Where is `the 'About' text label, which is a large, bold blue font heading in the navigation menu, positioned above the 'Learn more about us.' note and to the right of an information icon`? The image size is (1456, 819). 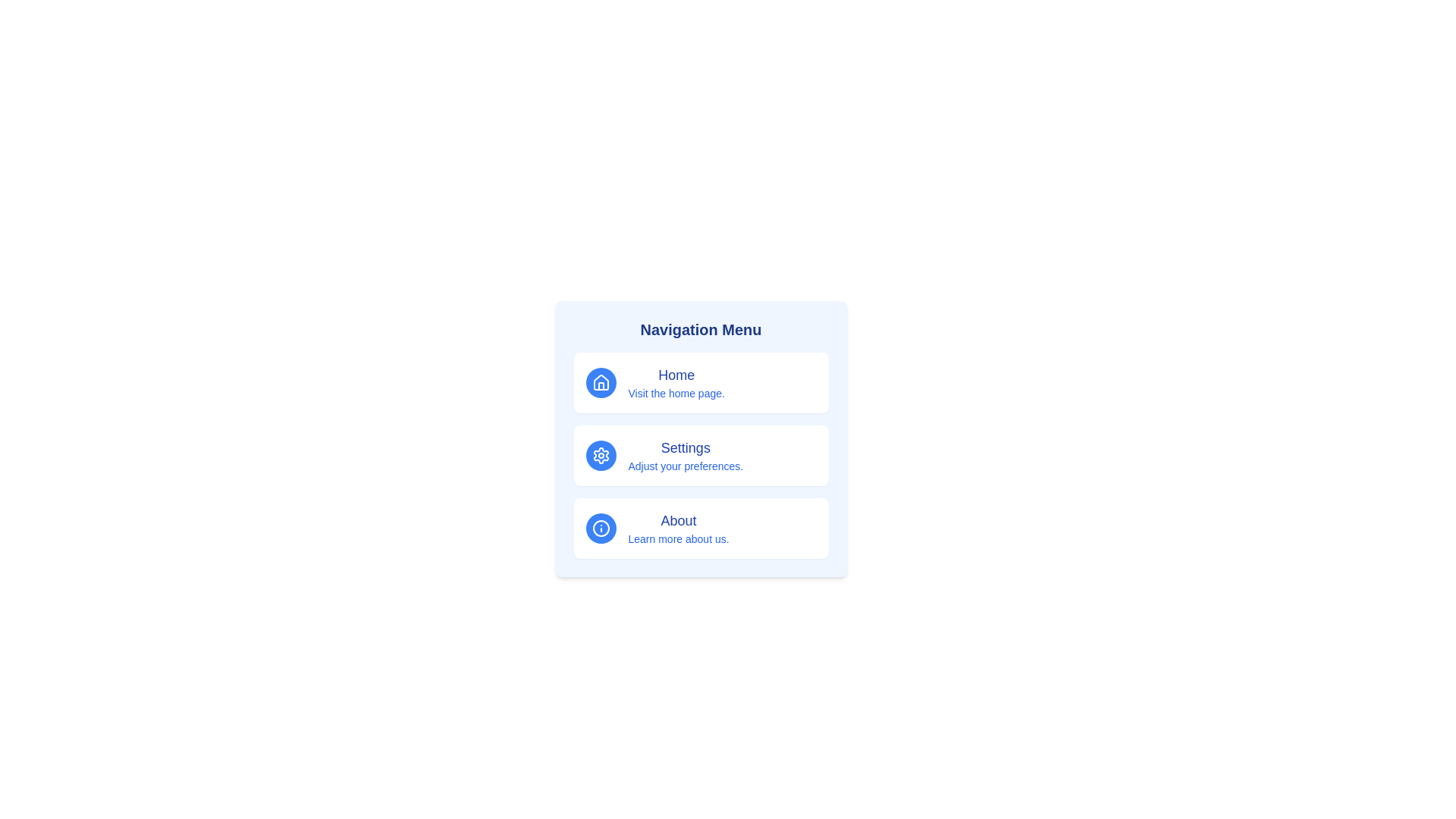 the 'About' text label, which is a large, bold blue font heading in the navigation menu, positioned above the 'Learn more about us.' note and to the right of an information icon is located at coordinates (678, 519).